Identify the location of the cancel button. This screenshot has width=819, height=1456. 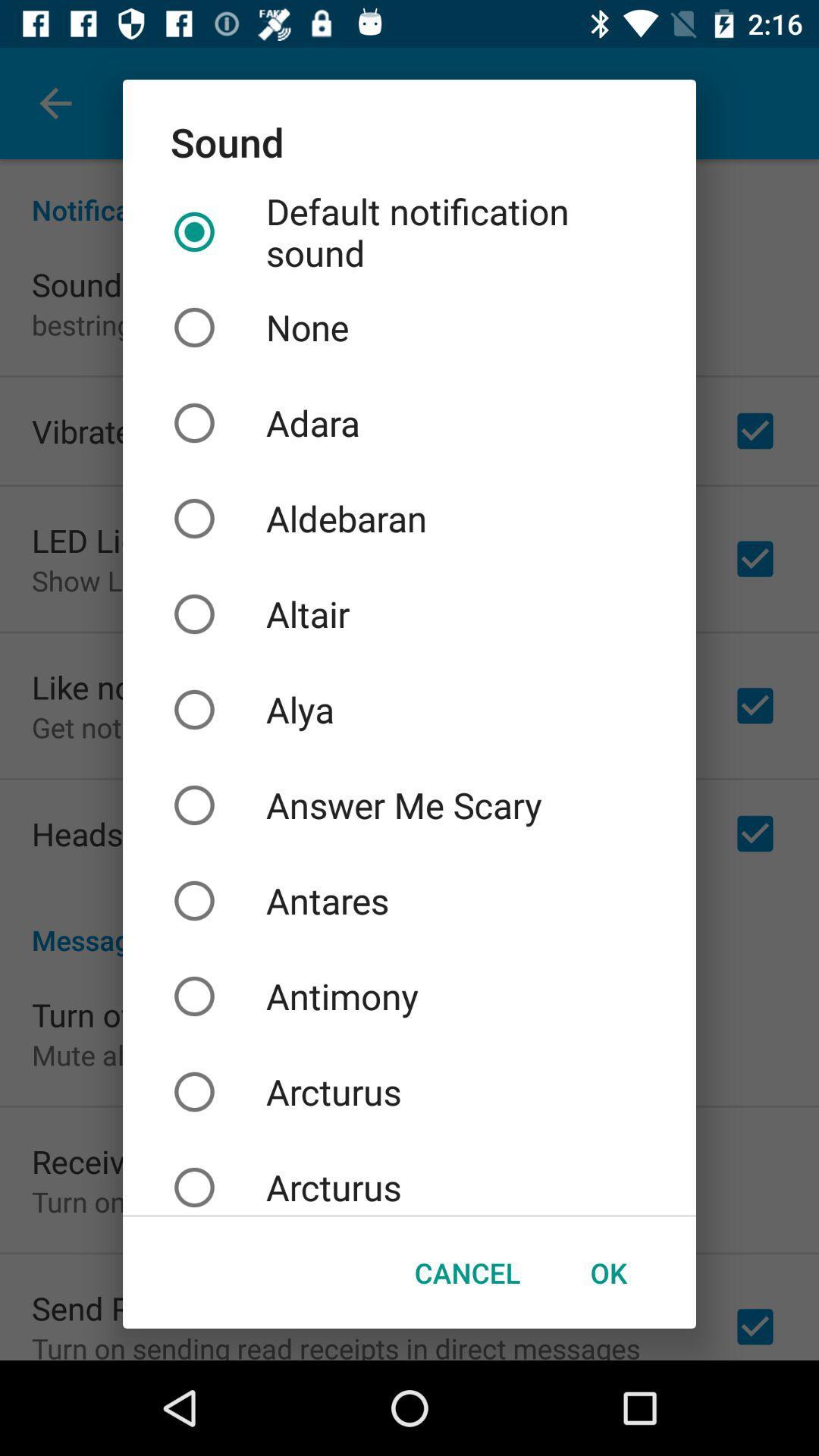
(466, 1272).